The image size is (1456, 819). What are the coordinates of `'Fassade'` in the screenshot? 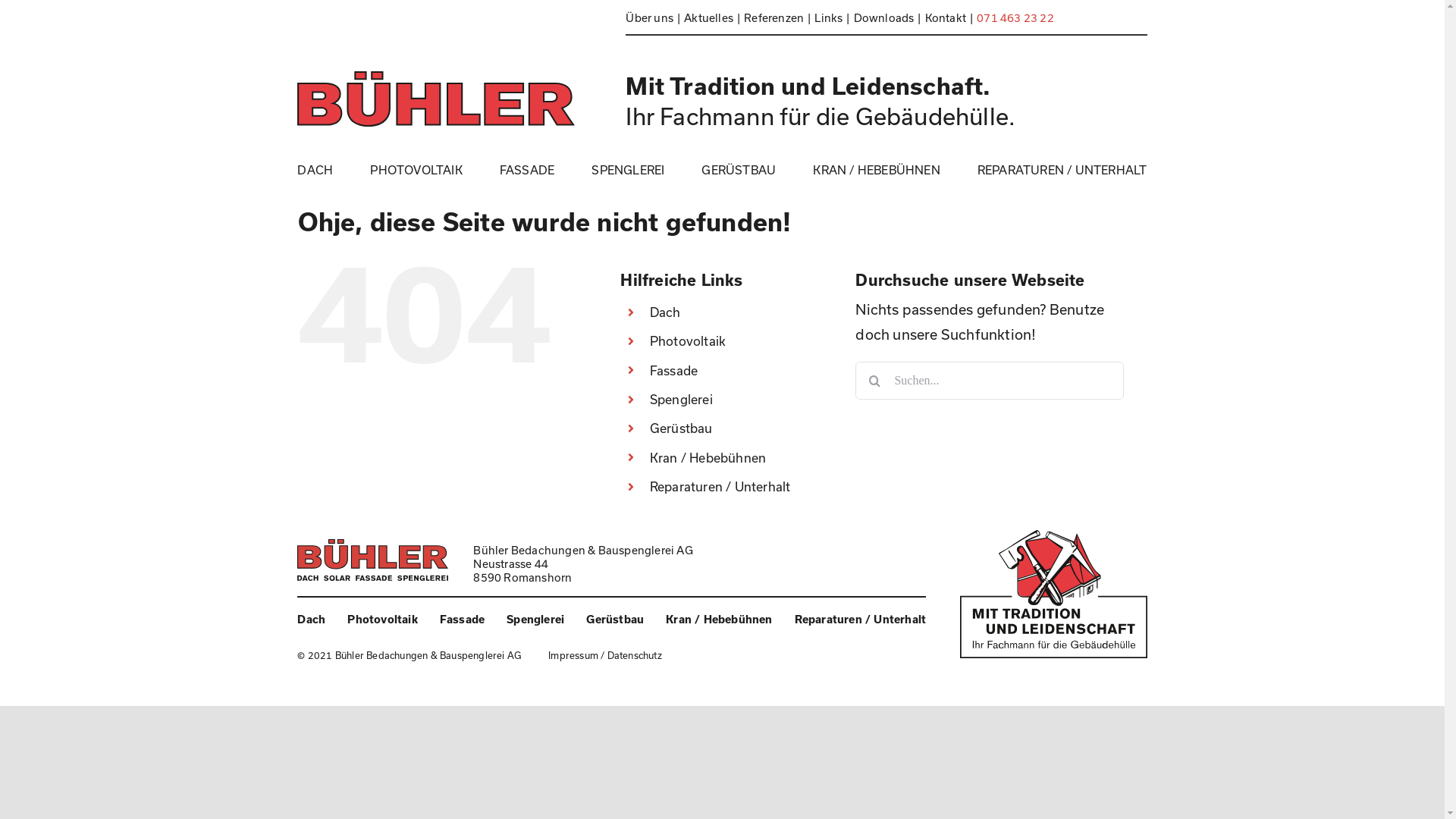 It's located at (461, 619).